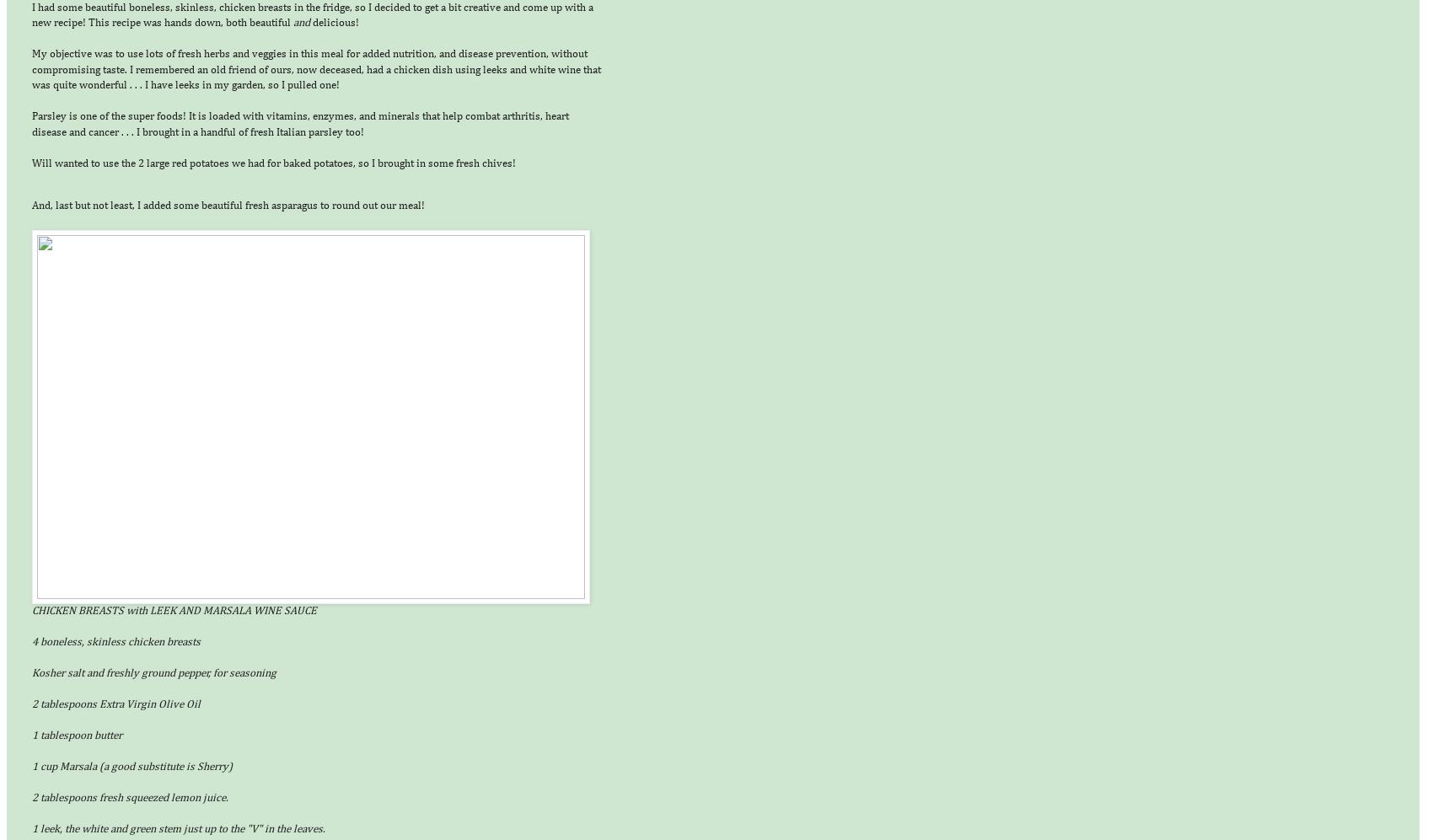 The width and height of the screenshot is (1433, 840). What do you see at coordinates (115, 704) in the screenshot?
I see `'2 tablespoons Extra Virgin Olive Oil'` at bounding box center [115, 704].